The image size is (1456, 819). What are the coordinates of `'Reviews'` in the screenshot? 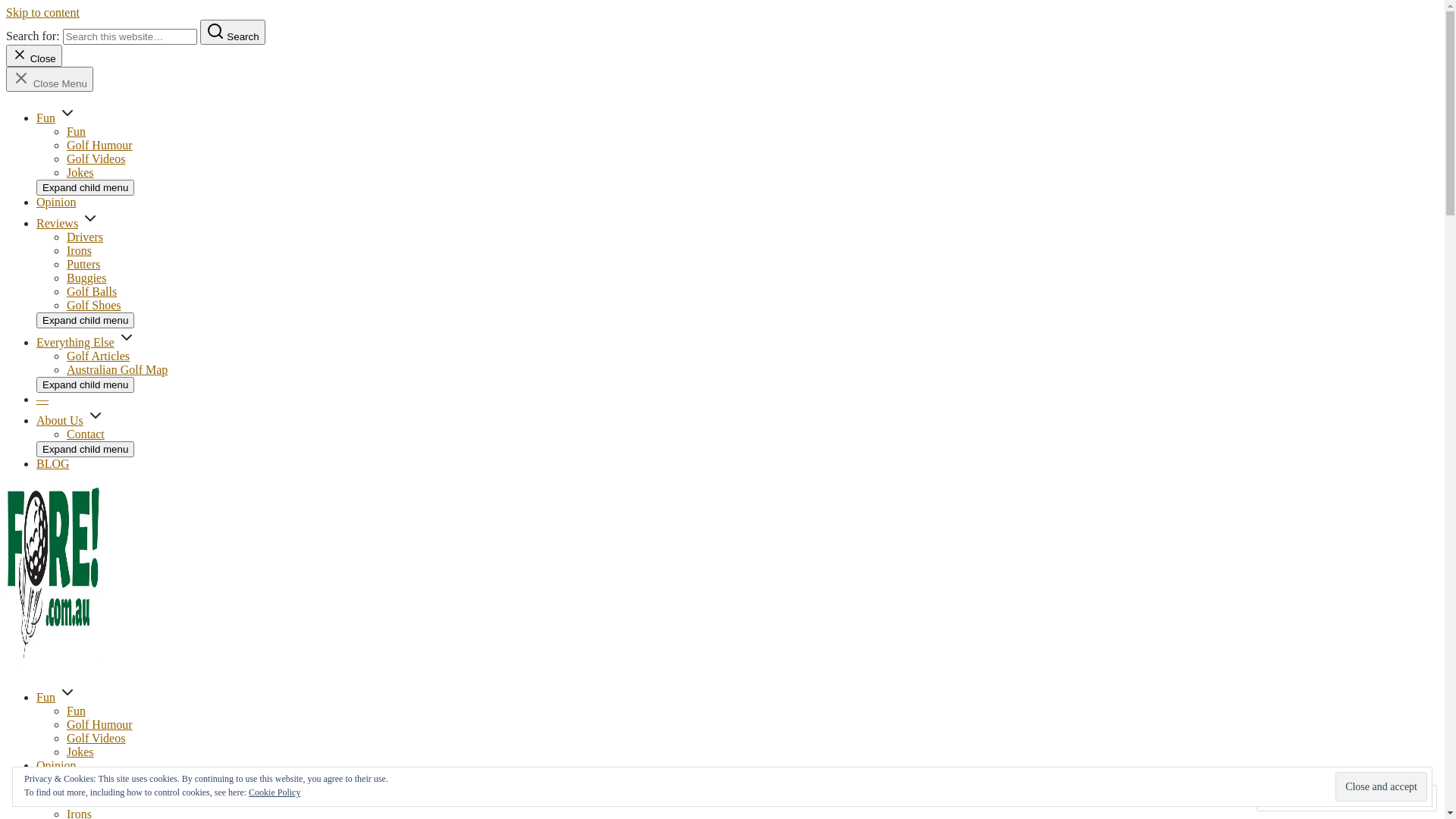 It's located at (57, 223).